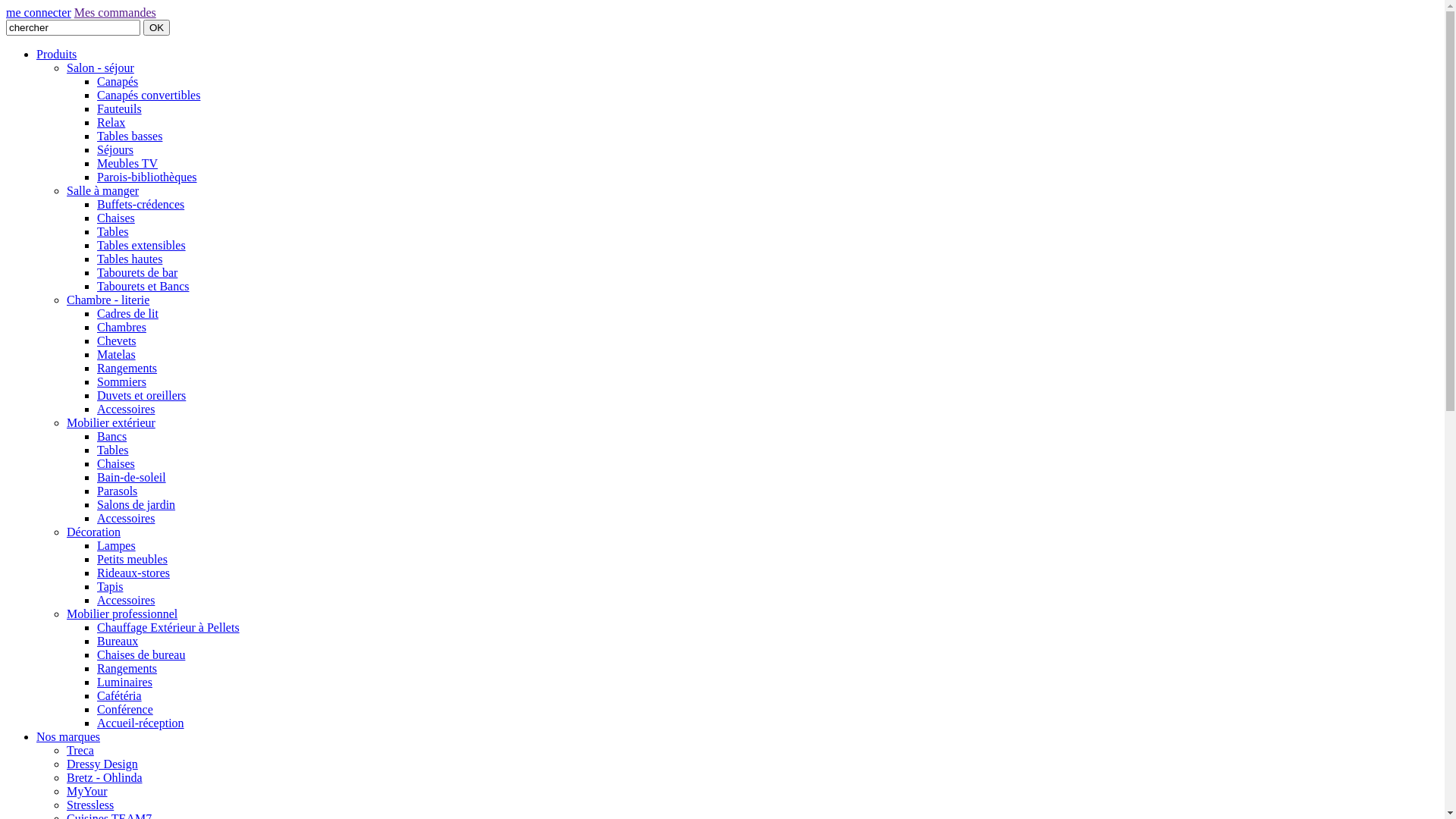 Image resolution: width=1456 pixels, height=819 pixels. Describe the element at coordinates (137, 271) in the screenshot. I see `'Tabourets de bar'` at that location.